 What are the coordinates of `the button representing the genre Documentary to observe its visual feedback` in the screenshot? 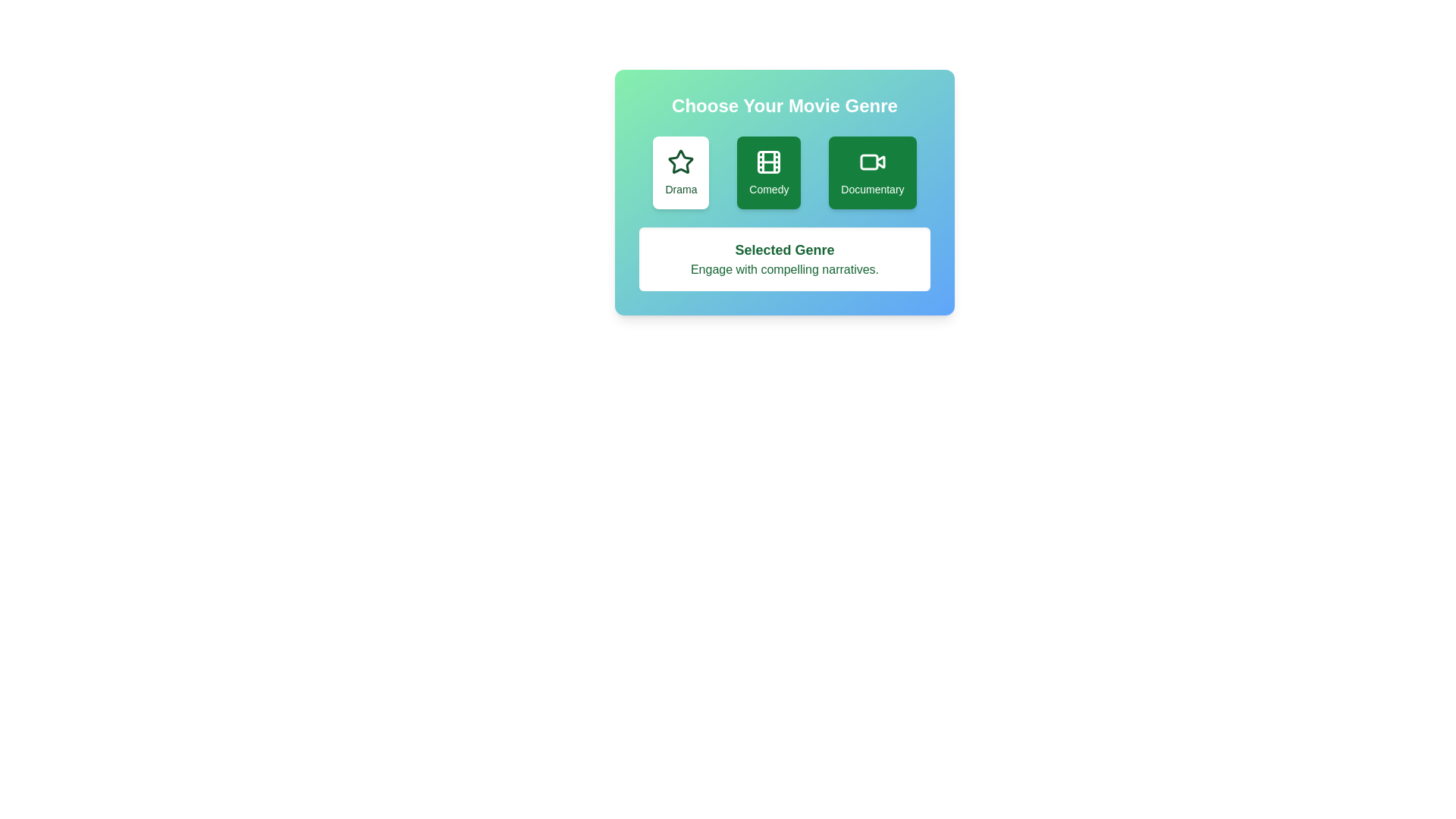 It's located at (872, 171).